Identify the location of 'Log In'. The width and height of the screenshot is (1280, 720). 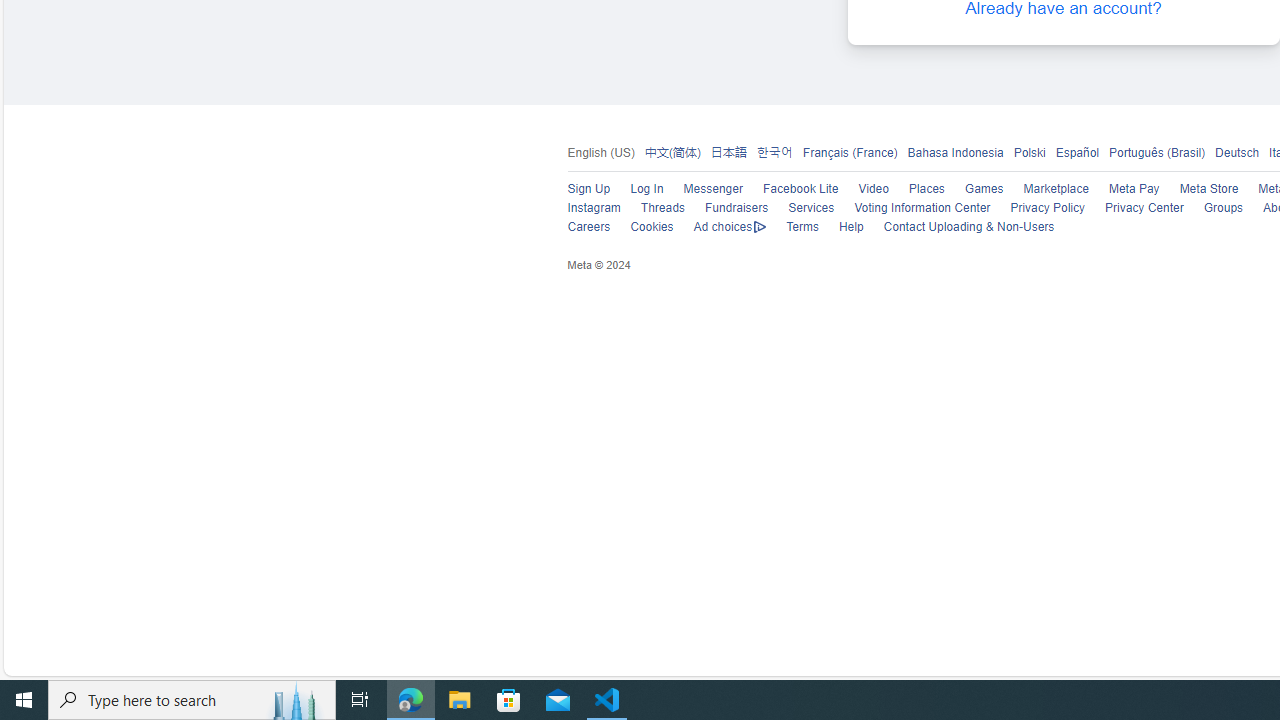
(636, 190).